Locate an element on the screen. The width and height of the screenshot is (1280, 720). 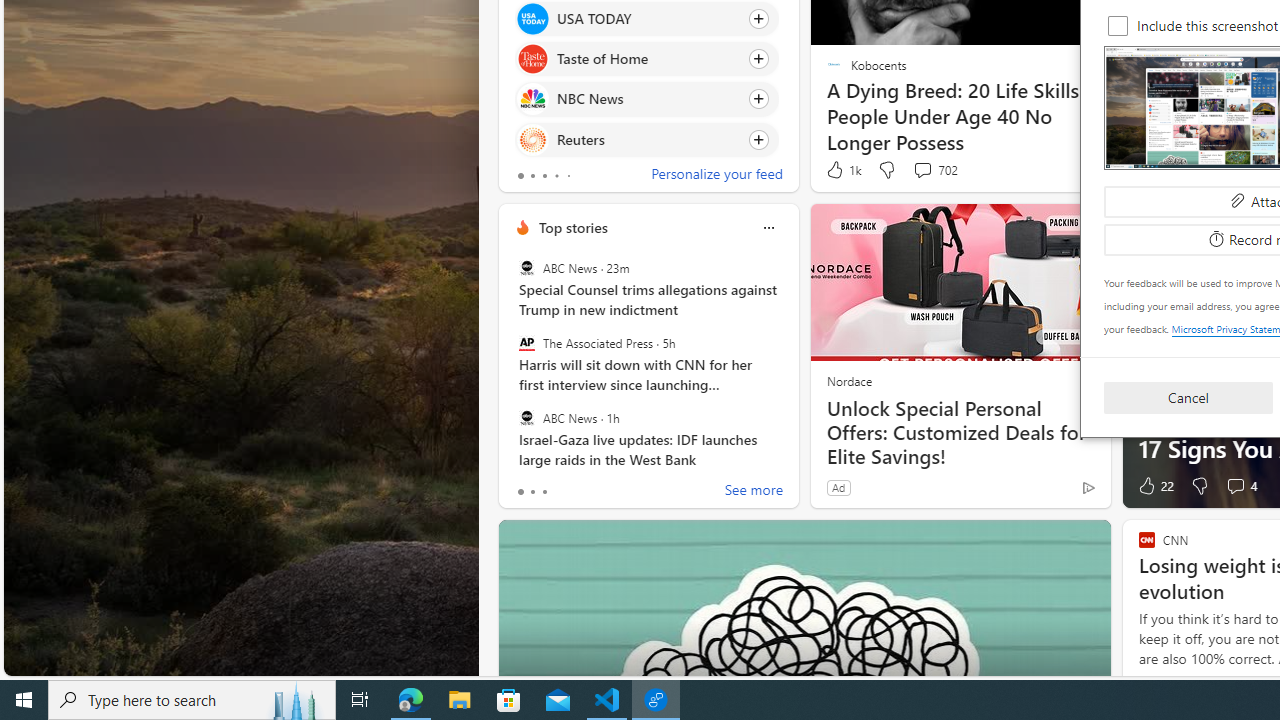
'Task View' is located at coordinates (359, 698).